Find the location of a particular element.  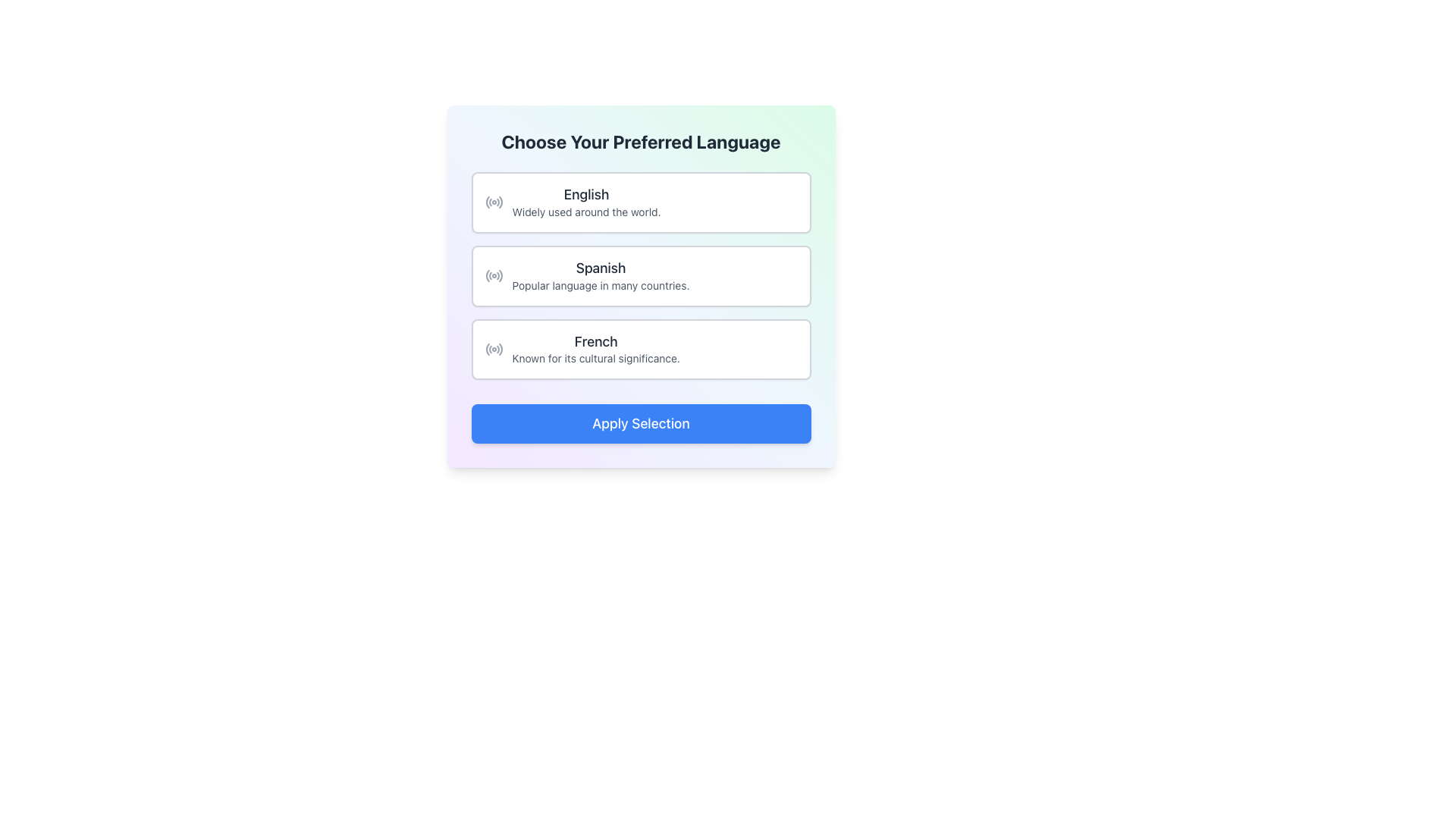

the third interactive card in the vertically stacked list is located at coordinates (641, 349).